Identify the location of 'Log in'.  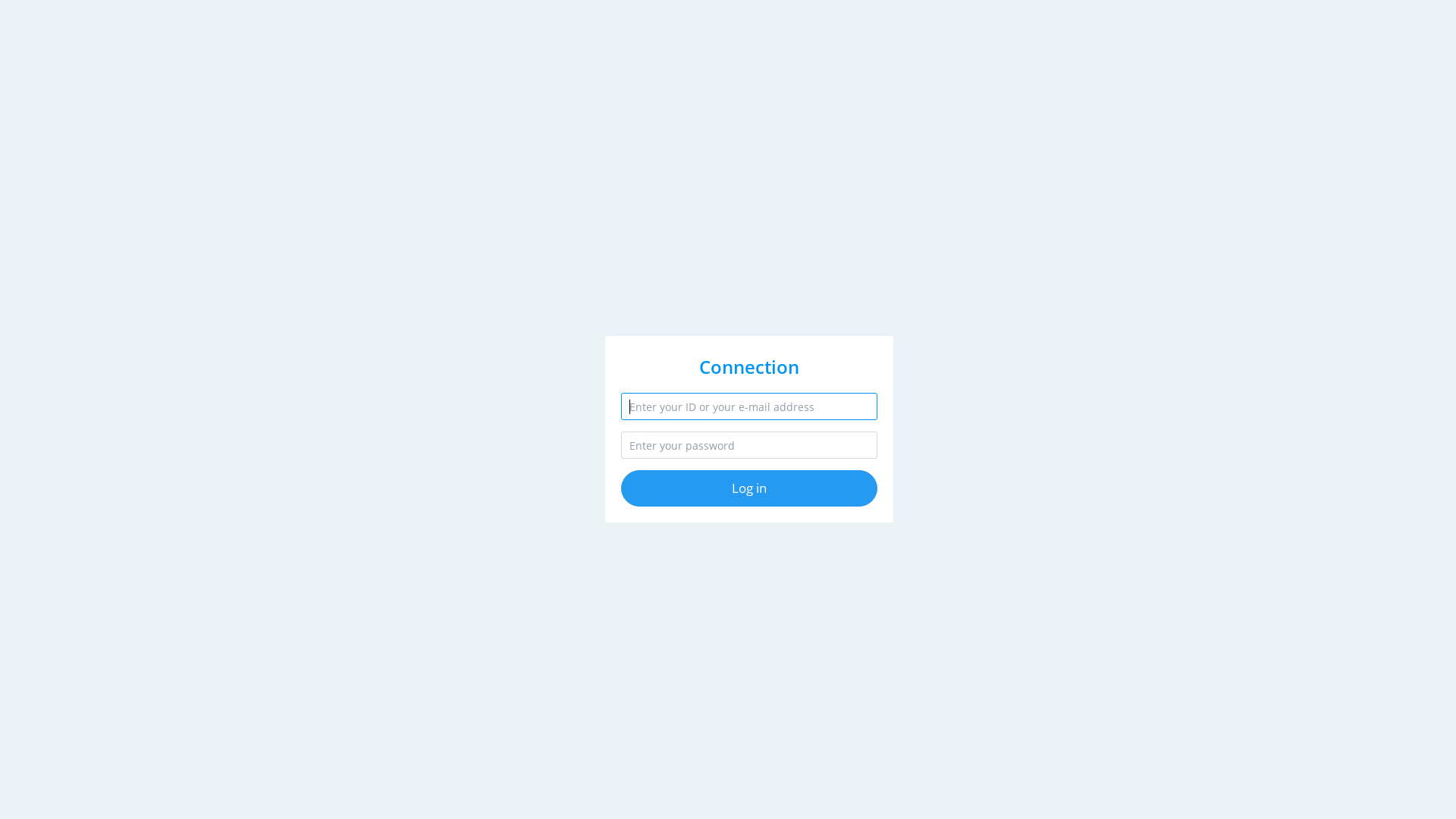
(749, 488).